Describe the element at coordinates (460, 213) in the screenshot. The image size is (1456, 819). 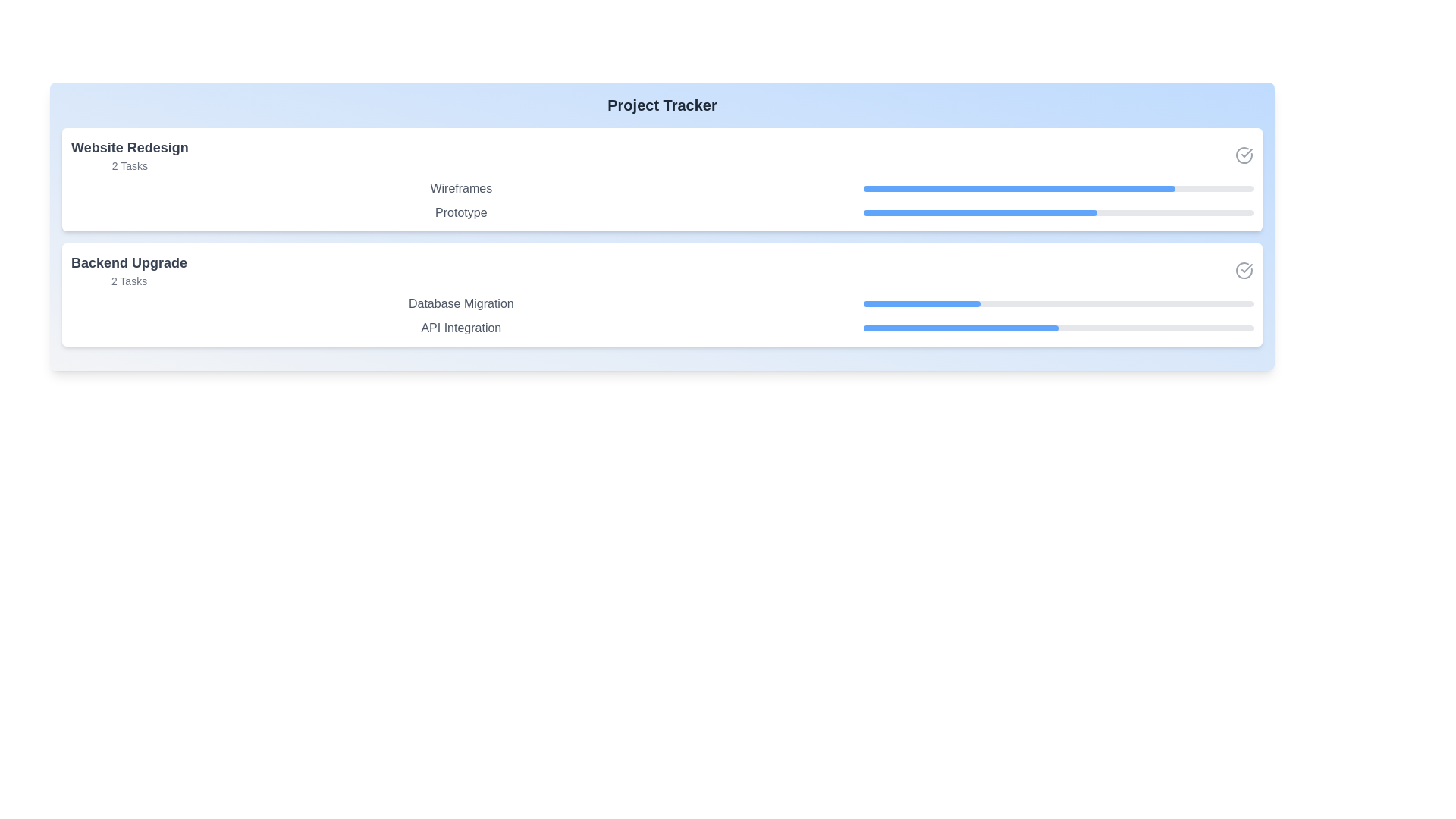
I see `text label displaying 'Prototype' which is styled in medium gray color as part of the project progress interface` at that location.